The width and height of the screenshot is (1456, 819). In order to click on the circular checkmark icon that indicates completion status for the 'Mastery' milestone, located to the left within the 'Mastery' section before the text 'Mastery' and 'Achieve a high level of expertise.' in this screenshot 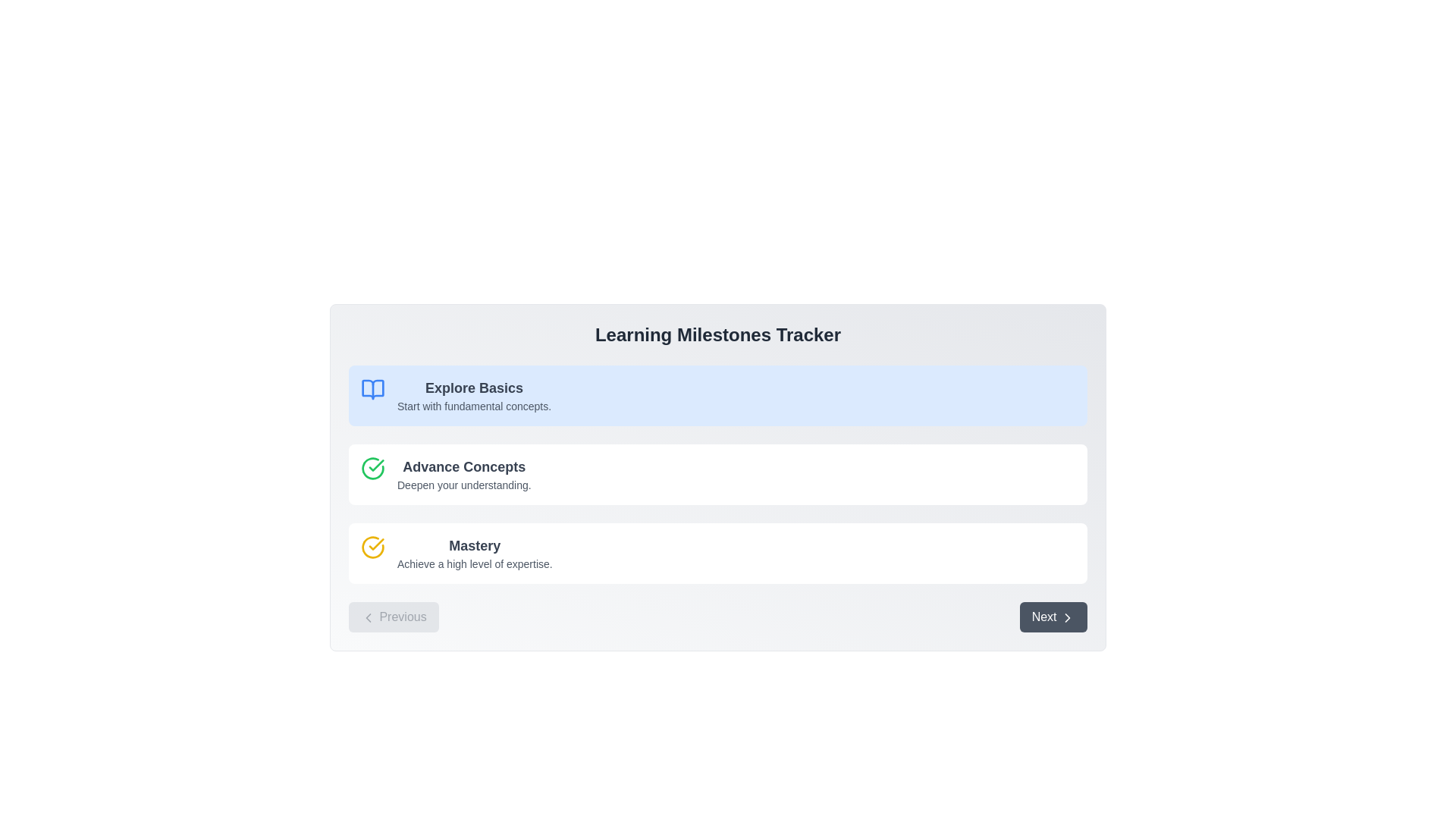, I will do `click(372, 553)`.